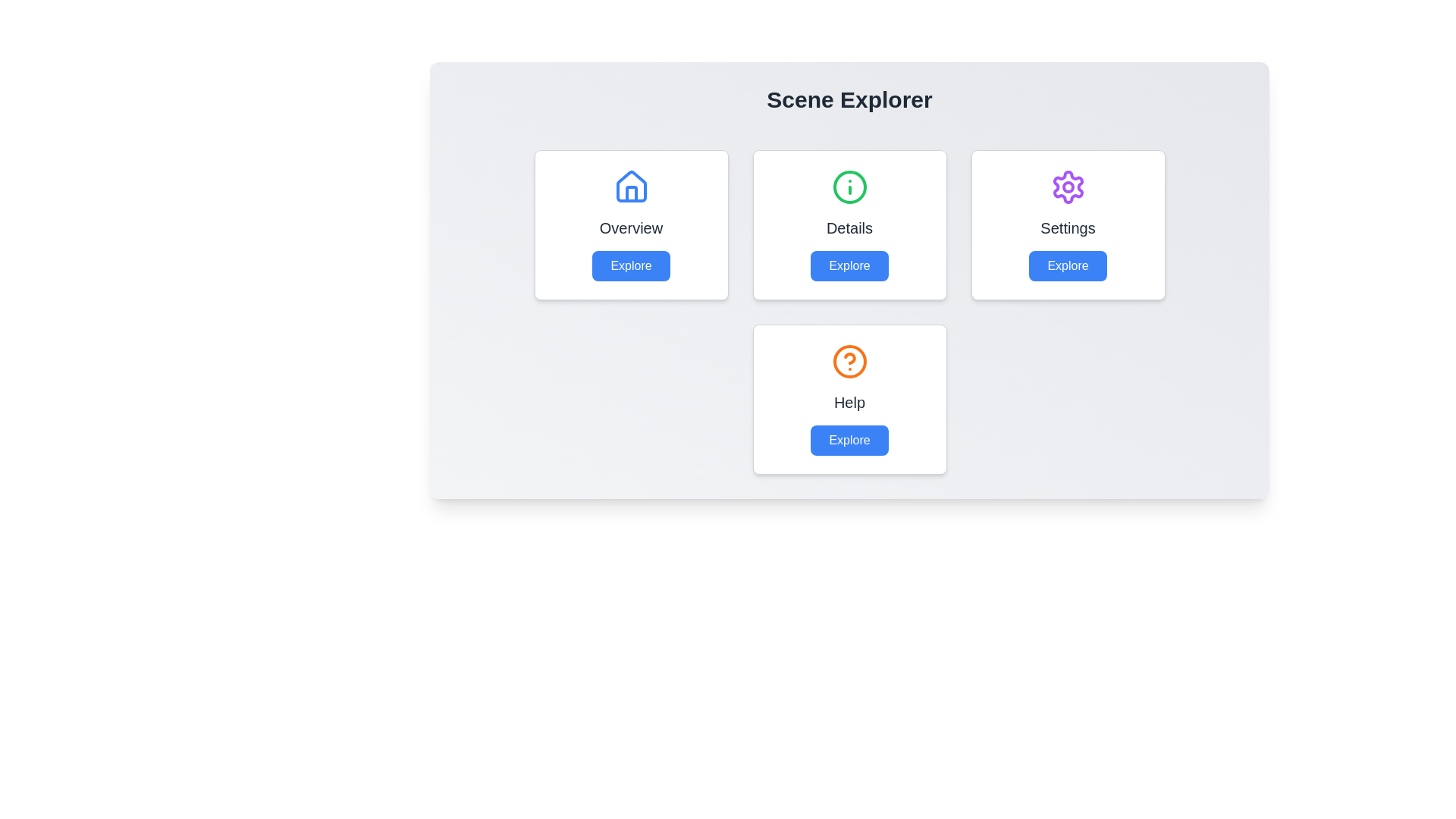  Describe the element at coordinates (1067, 227) in the screenshot. I see `the text label indicating the purpose of the card, which is located in the top-right white card layout, beneath the purple cogwheel icon and above the blue 'Explore' button` at that location.